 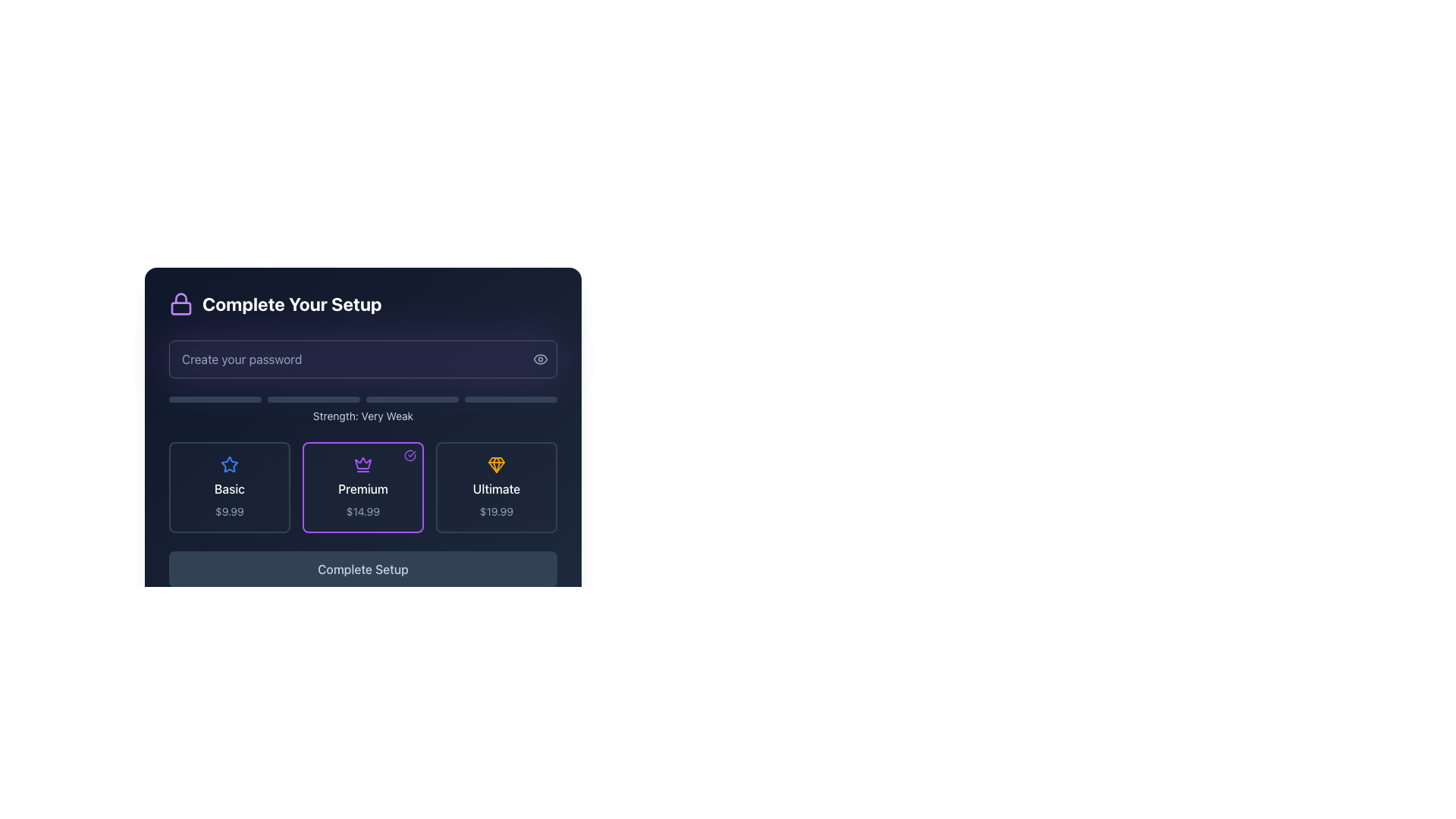 What do you see at coordinates (181, 304) in the screenshot?
I see `the purple lock icon located at the leftmost side of the header area, just before the text 'Complete Your Setup'` at bounding box center [181, 304].